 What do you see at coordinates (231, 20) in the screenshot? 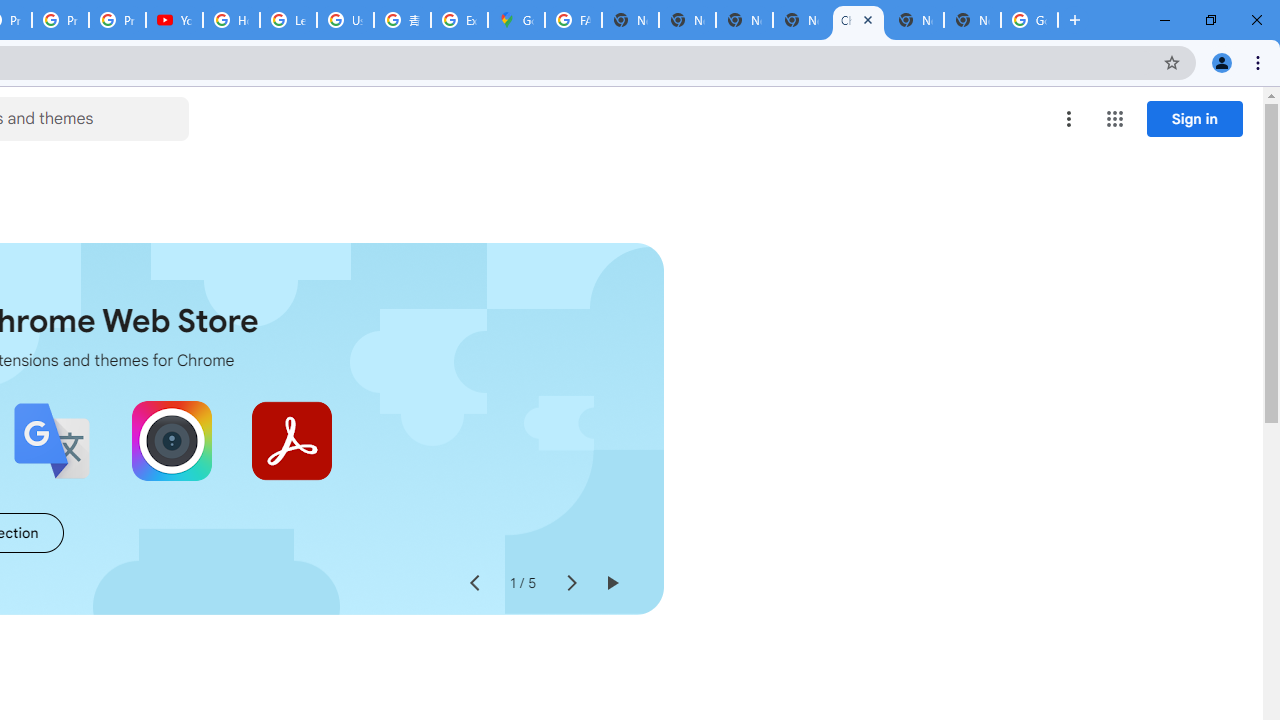
I see `'How Chrome protects your passwords - Google Chrome Help'` at bounding box center [231, 20].